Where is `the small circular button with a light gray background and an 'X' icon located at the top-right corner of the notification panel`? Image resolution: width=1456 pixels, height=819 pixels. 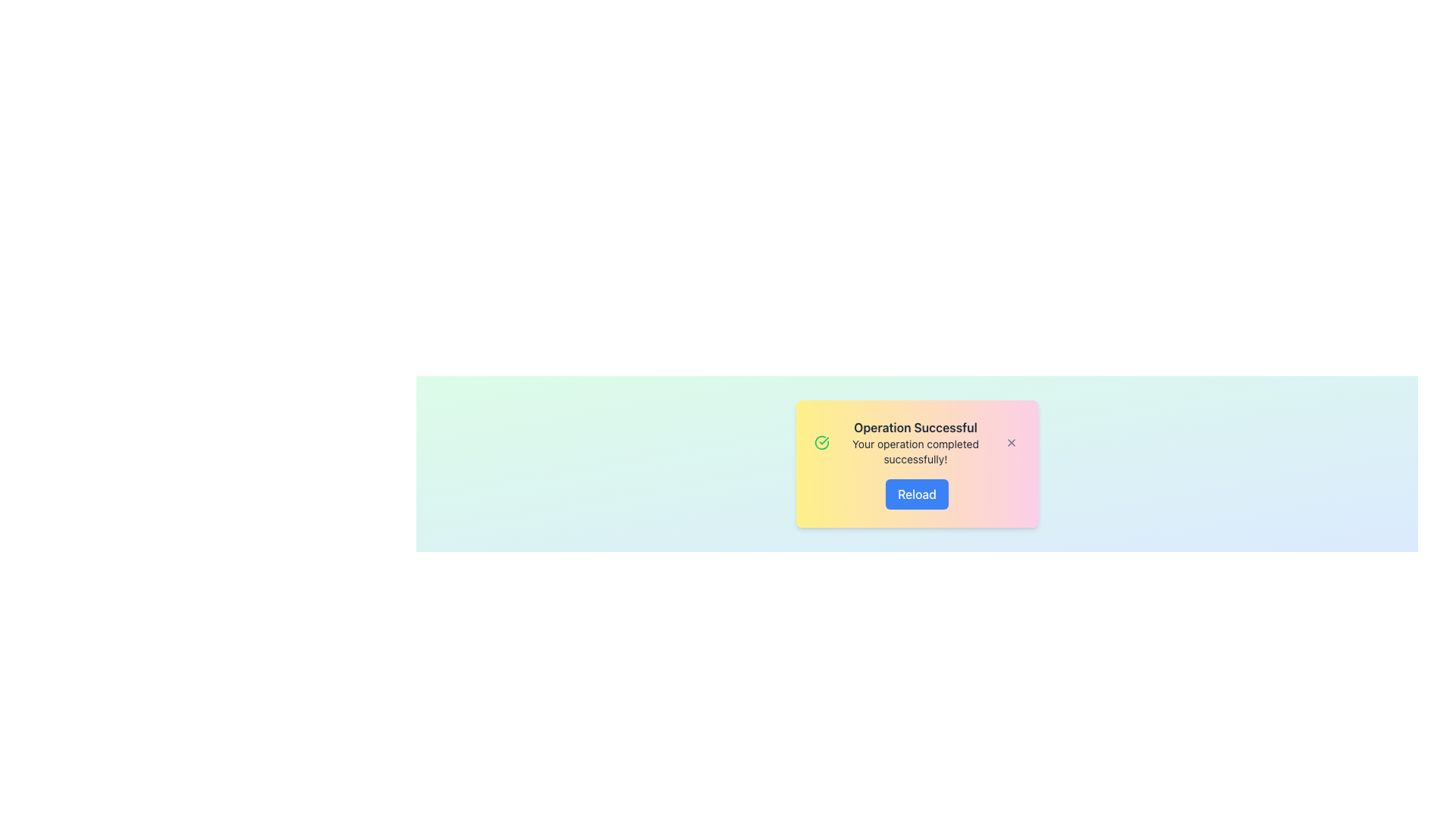
the small circular button with a light gray background and an 'X' icon located at the top-right corner of the notification panel is located at coordinates (1011, 442).